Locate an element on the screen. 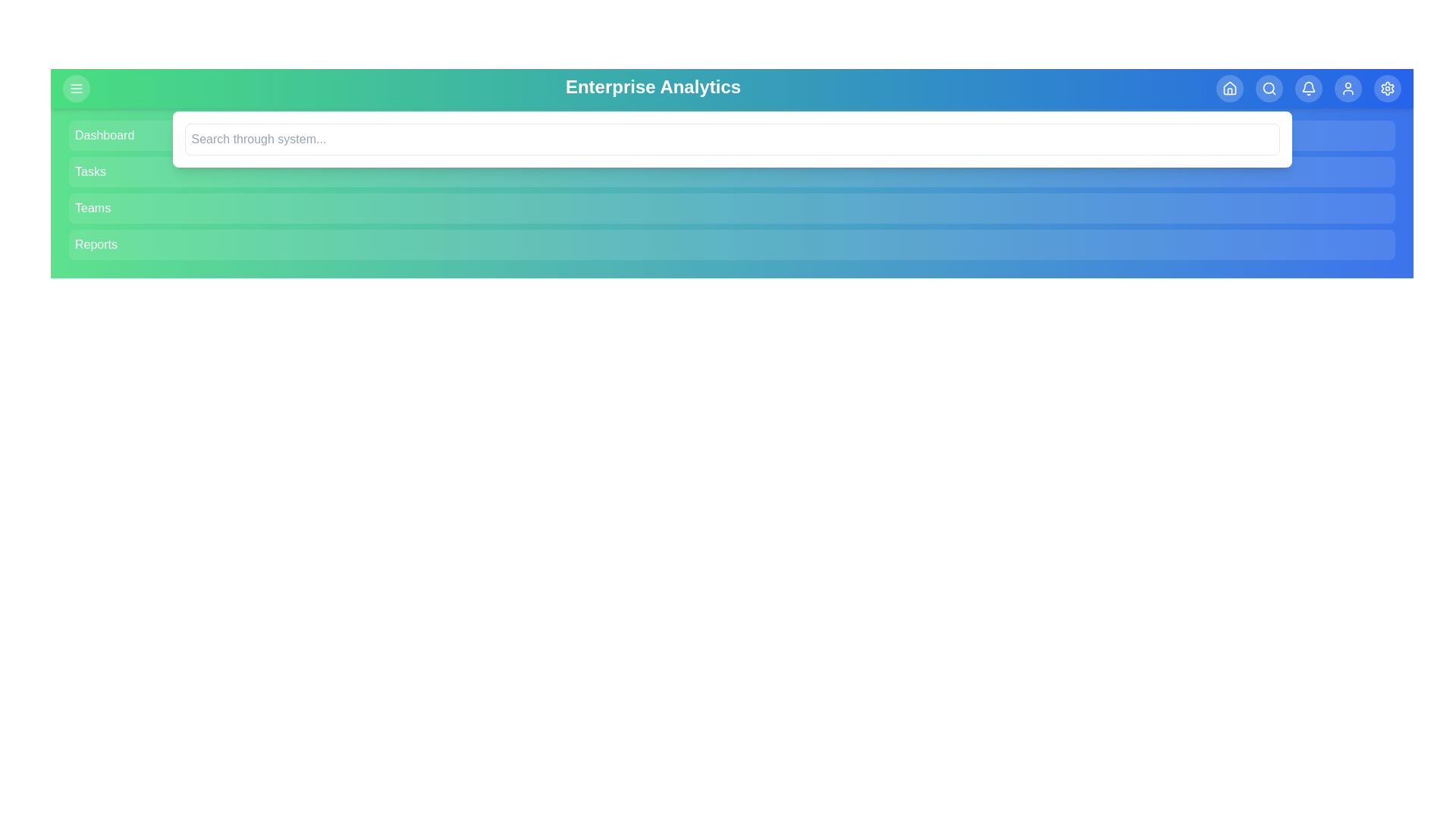 Image resolution: width=1456 pixels, height=819 pixels. the menu item Tasks to navigate to its respective section is located at coordinates (732, 171).